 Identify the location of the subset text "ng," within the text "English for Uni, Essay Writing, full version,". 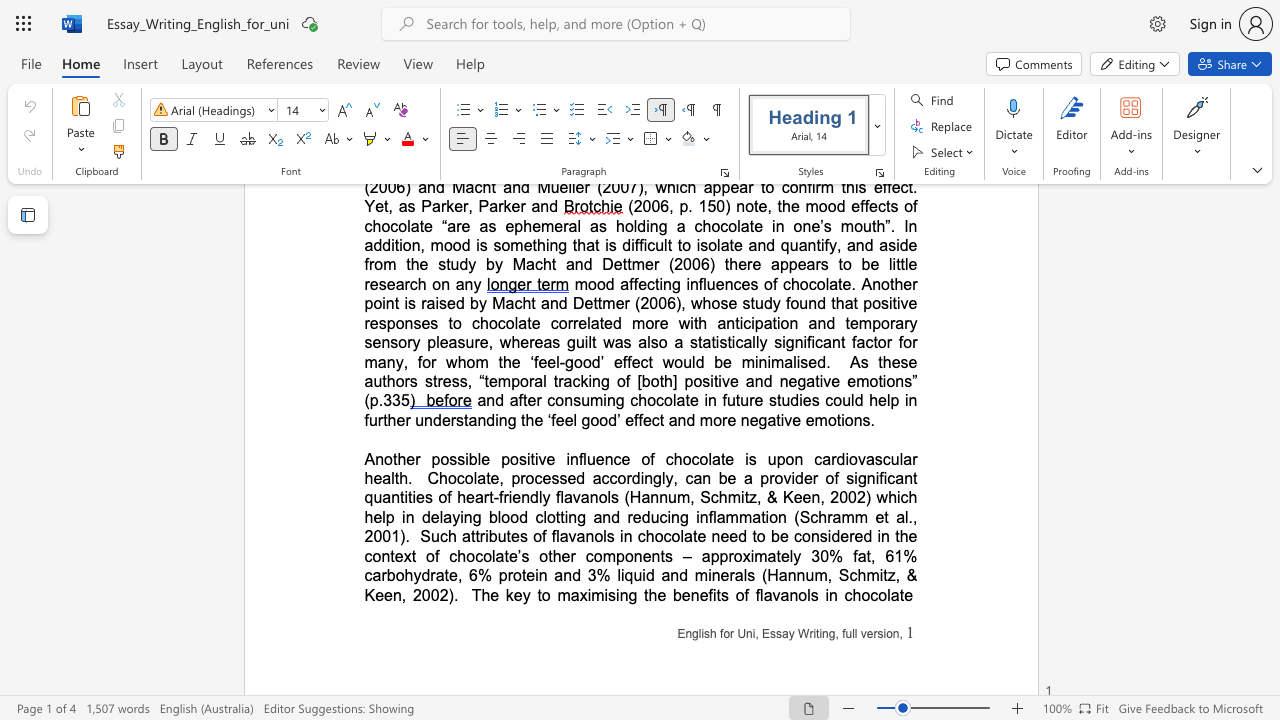
(822, 634).